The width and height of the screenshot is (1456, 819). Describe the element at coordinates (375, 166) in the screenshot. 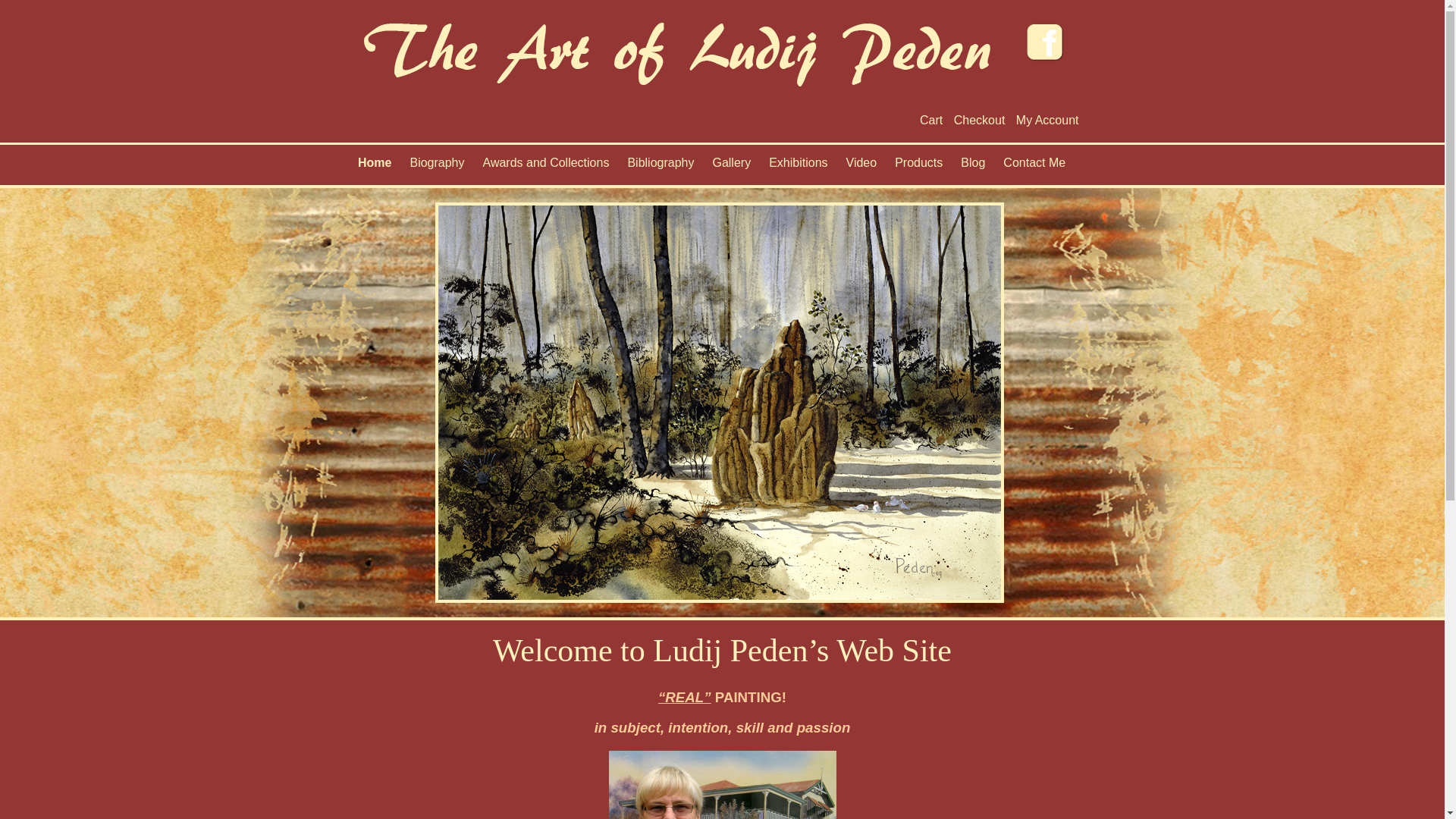

I see `'Home'` at that location.